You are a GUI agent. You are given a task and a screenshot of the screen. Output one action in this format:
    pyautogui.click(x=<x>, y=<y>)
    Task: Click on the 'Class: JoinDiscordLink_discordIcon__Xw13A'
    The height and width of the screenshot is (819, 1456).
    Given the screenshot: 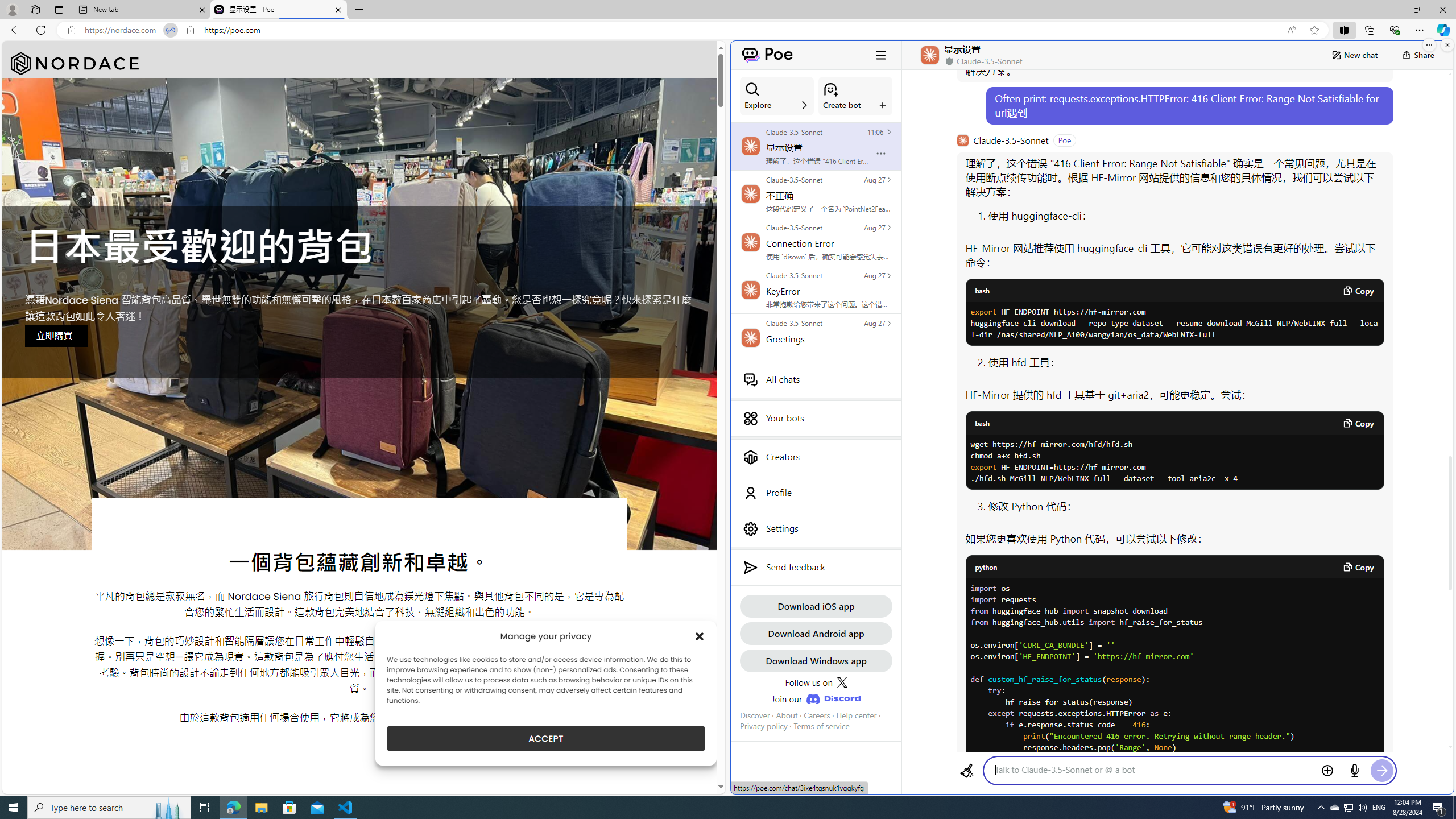 What is the action you would take?
    pyautogui.click(x=833, y=699)
    